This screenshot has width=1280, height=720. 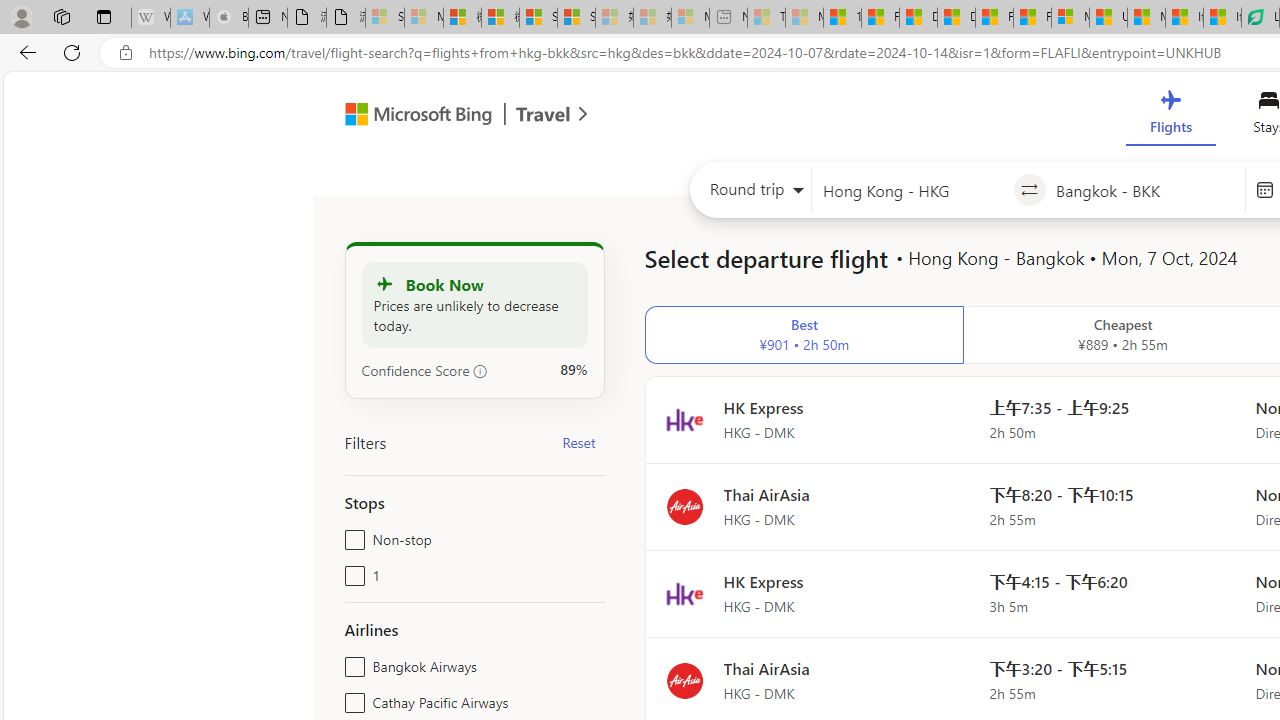 What do you see at coordinates (409, 117) in the screenshot?
I see `'Microsoft Bing'` at bounding box center [409, 117].